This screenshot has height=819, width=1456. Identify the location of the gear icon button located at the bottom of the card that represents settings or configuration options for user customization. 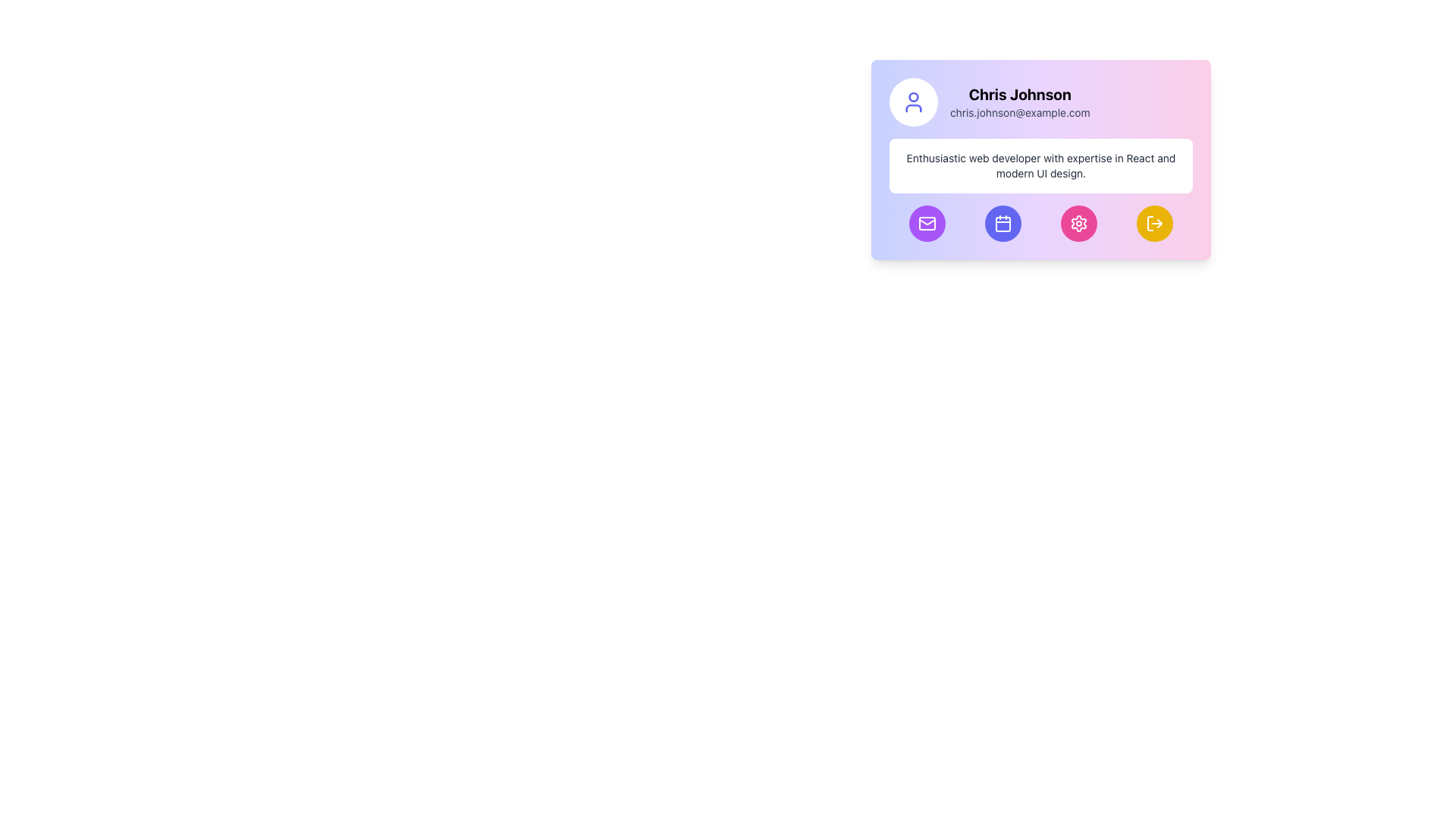
(1078, 223).